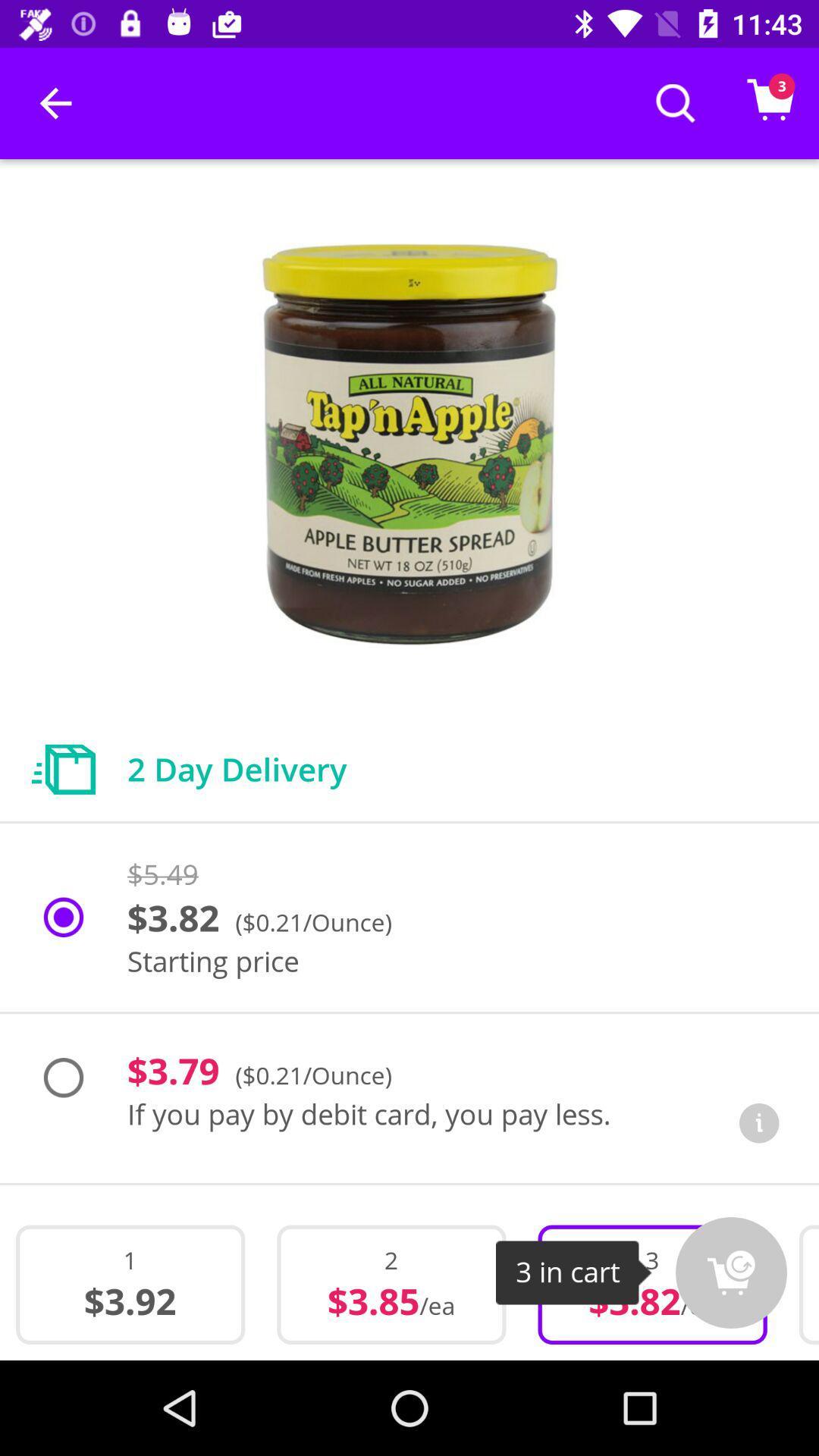  I want to click on icon to the right of if you pay icon, so click(759, 1123).